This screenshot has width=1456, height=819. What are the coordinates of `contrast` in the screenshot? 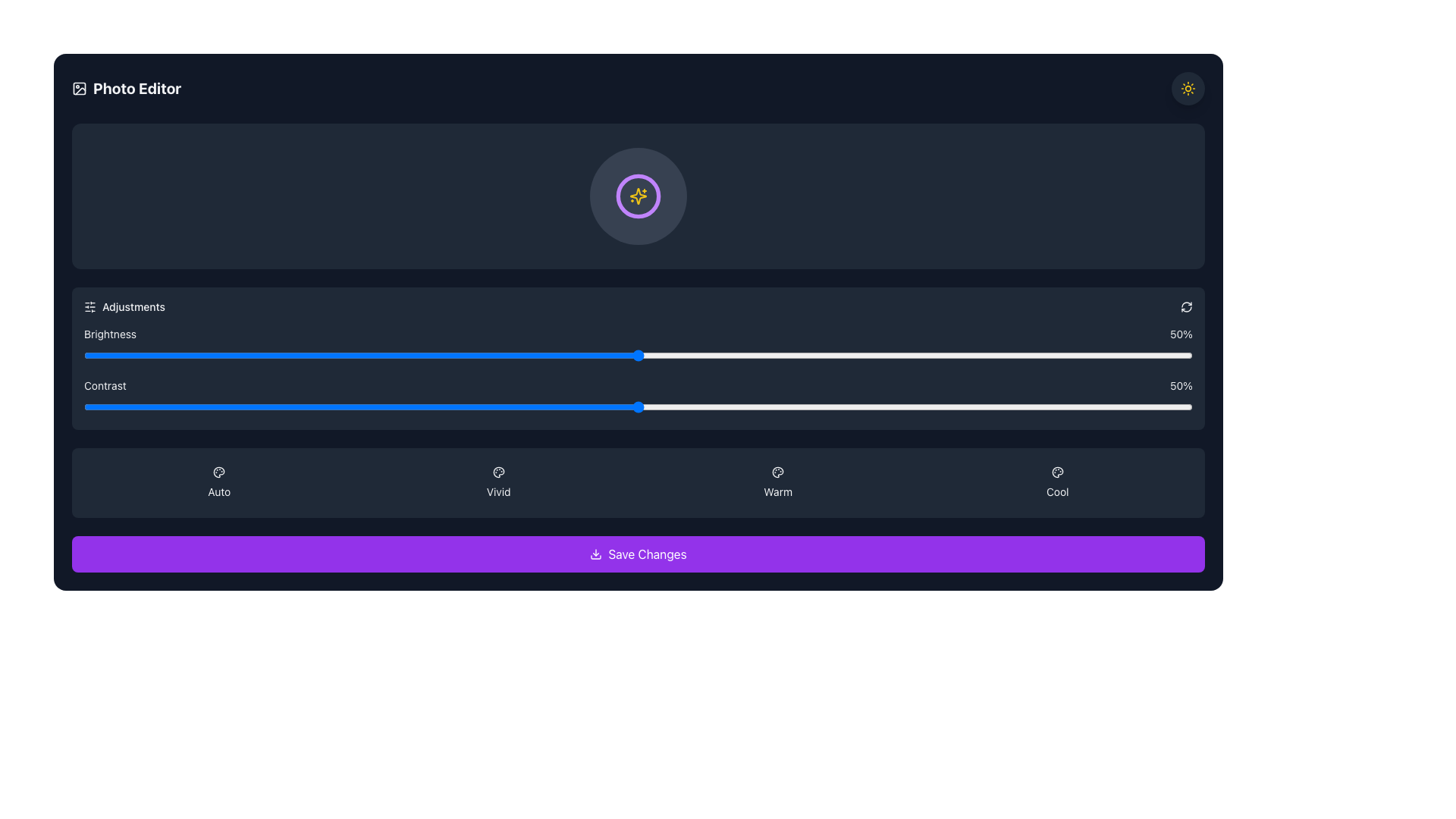 It's located at (604, 356).